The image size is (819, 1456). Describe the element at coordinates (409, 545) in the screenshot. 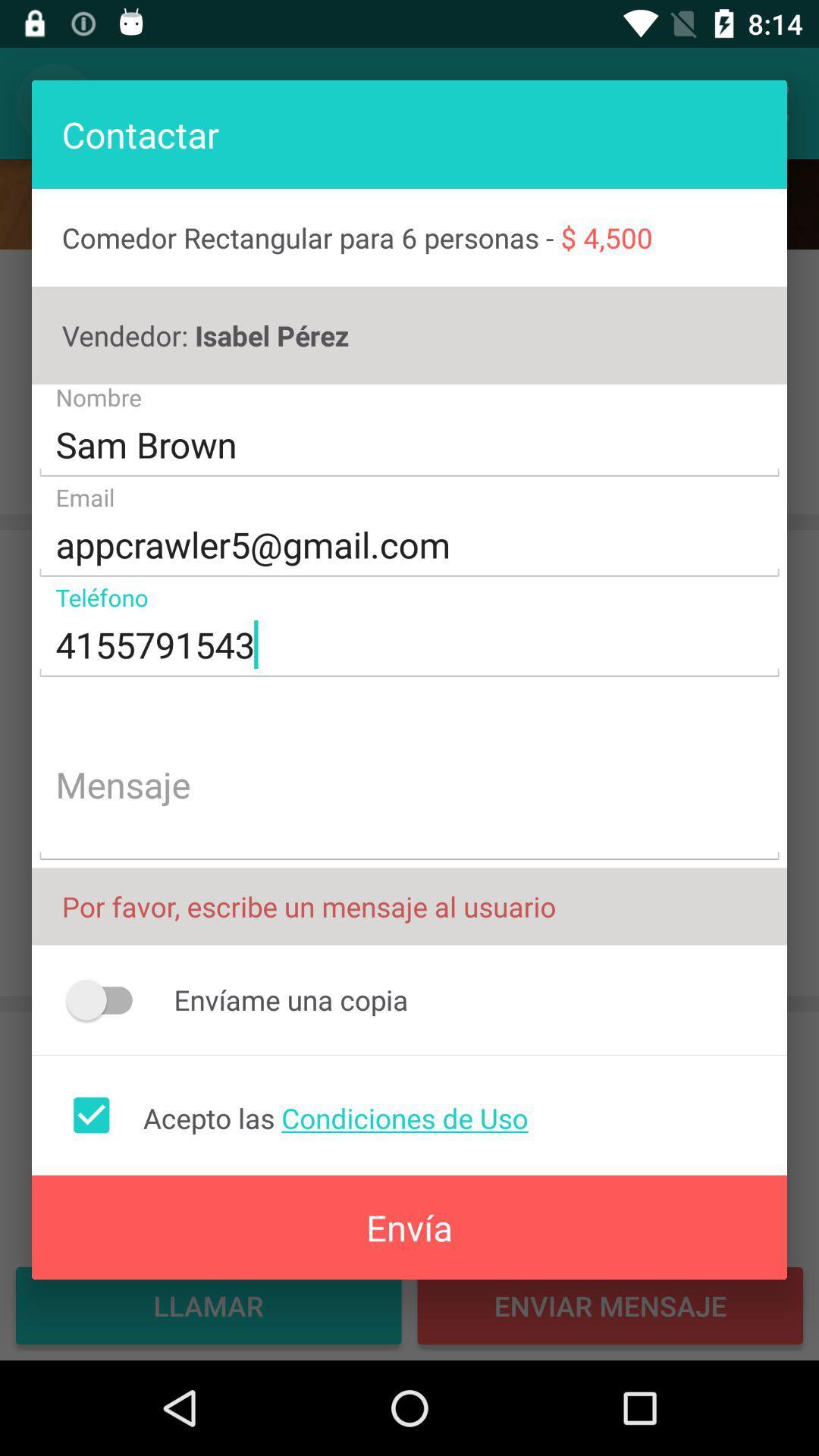

I see `the icon above the 4155791543` at that location.